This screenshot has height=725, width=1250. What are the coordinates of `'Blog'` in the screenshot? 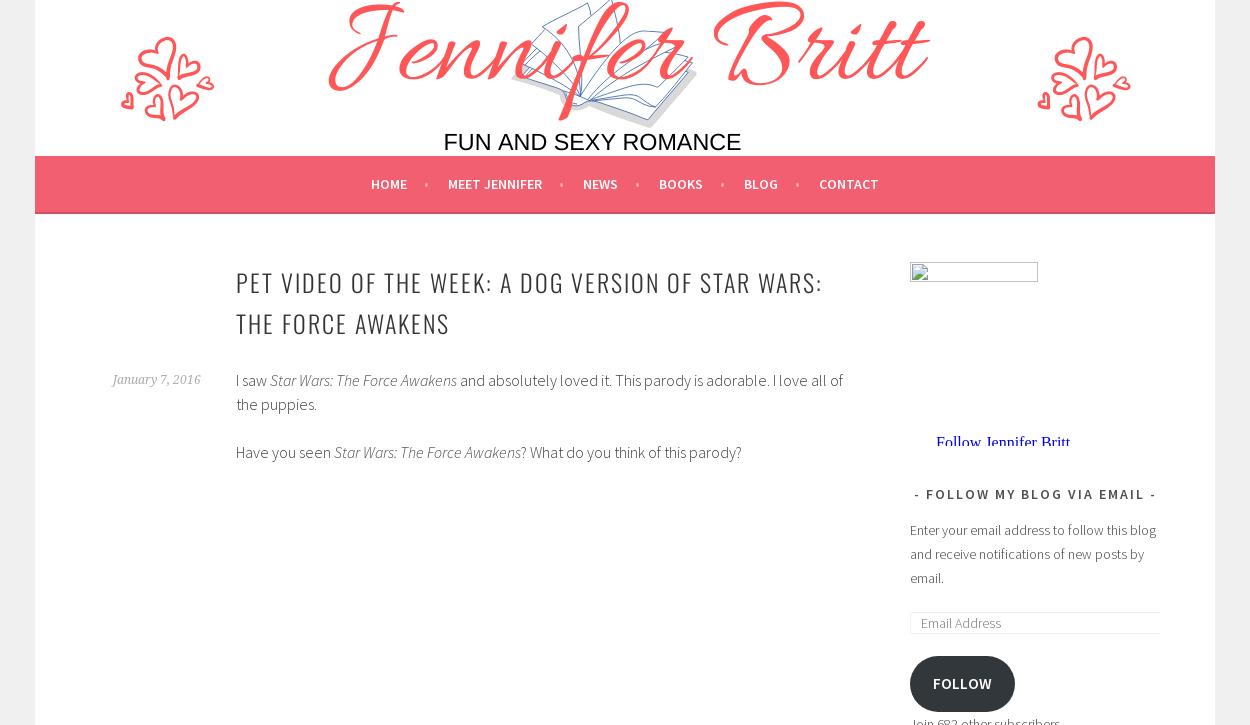 It's located at (761, 183).